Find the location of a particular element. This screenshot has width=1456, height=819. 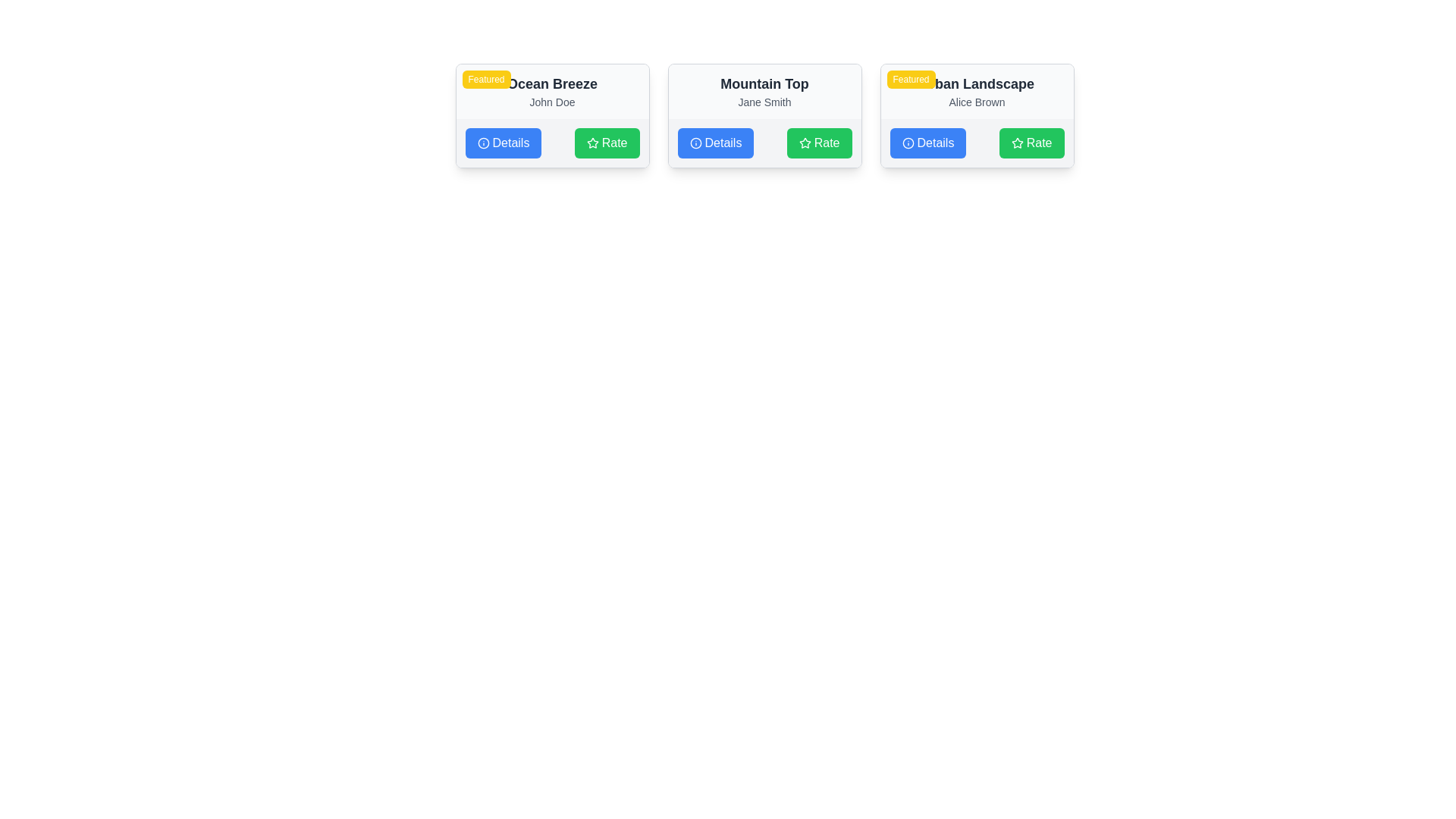

the Details button of the third card labeled Urban Landscape by clicking the Icon within it is located at coordinates (908, 143).